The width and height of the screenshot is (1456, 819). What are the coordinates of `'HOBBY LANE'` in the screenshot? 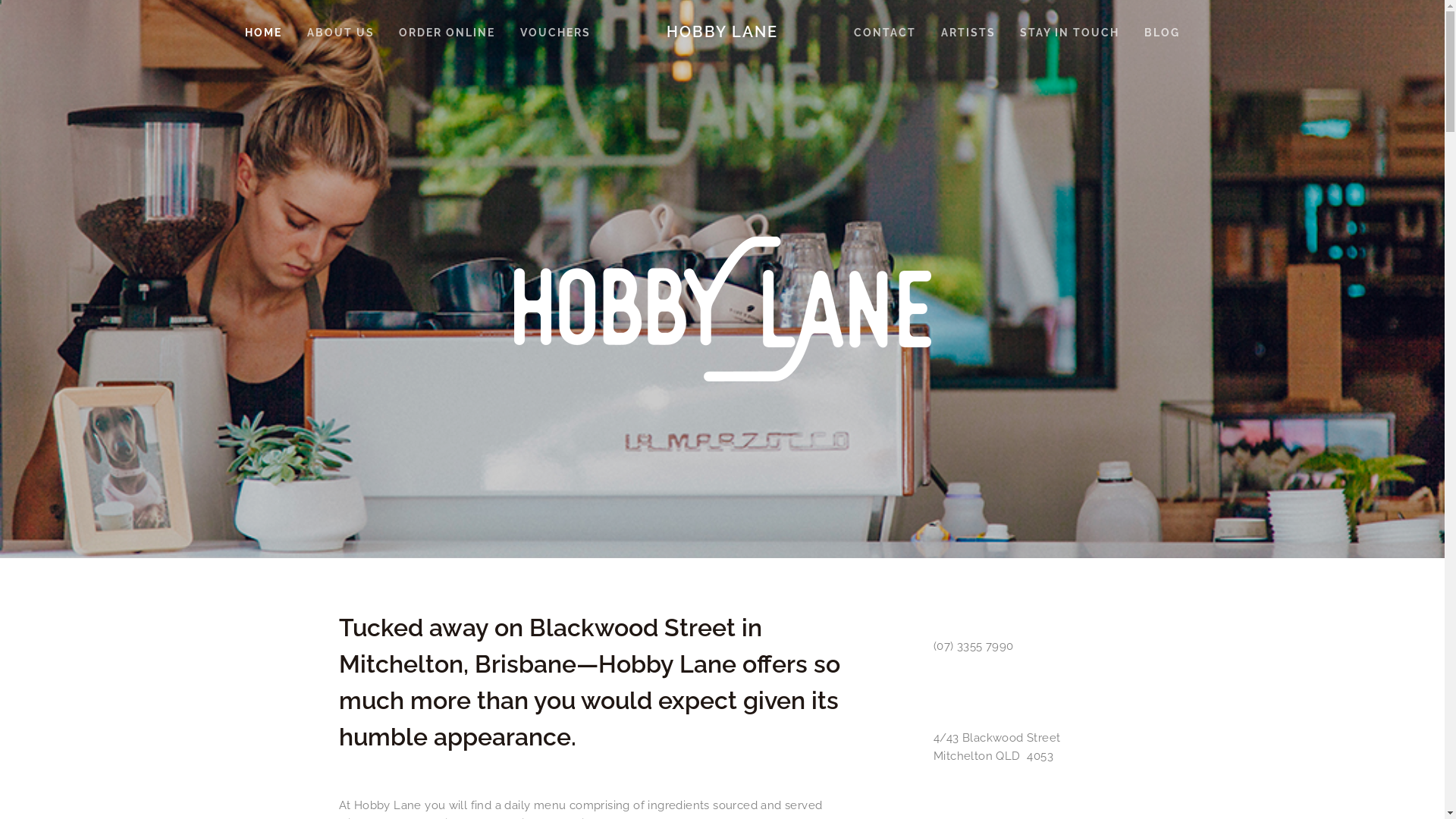 It's located at (721, 32).